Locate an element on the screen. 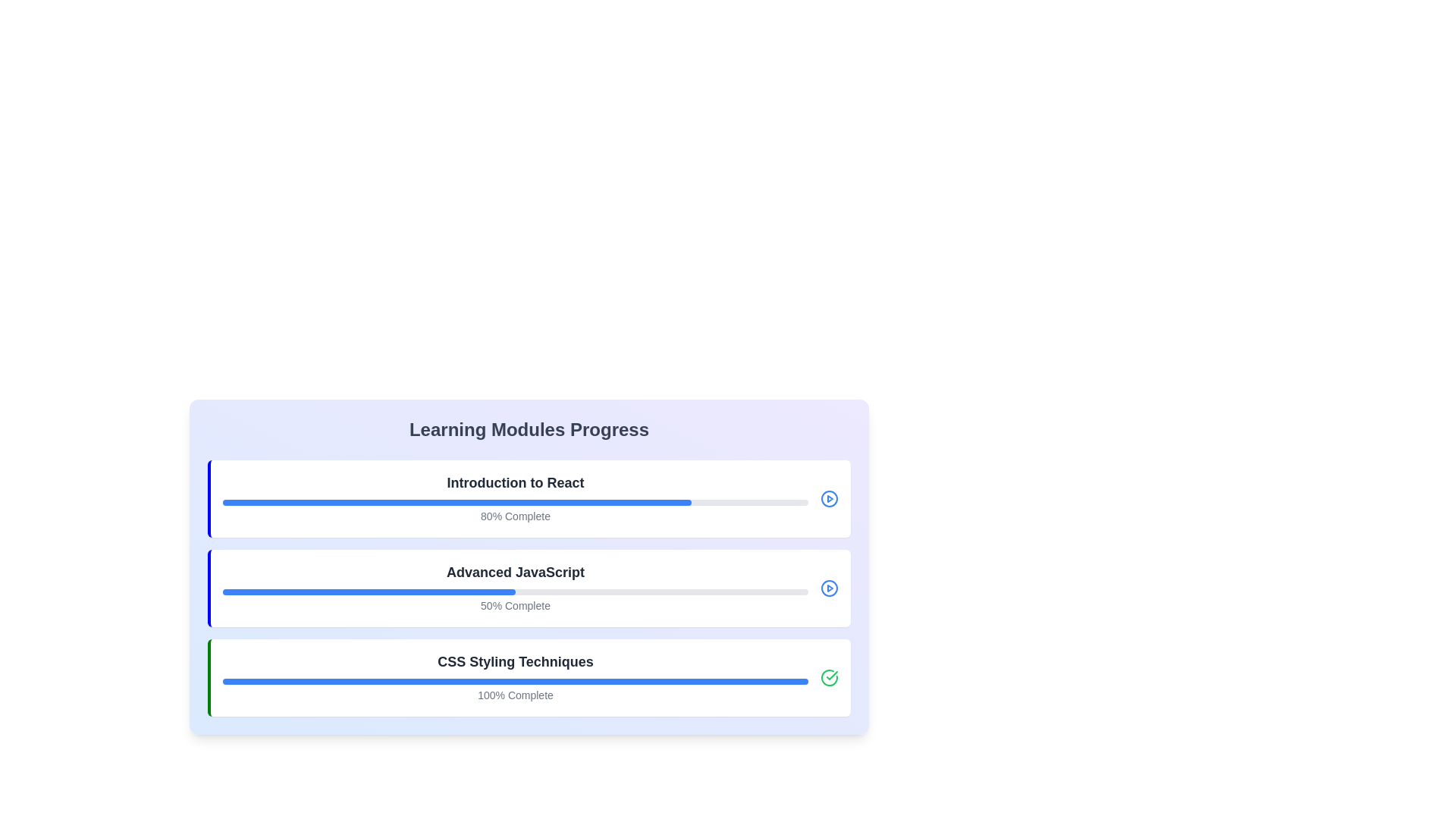 The height and width of the screenshot is (819, 1456). the text label displaying the completion percentage of the 'Introduction to React' module, which is positioned below the progress bar is located at coordinates (516, 516).